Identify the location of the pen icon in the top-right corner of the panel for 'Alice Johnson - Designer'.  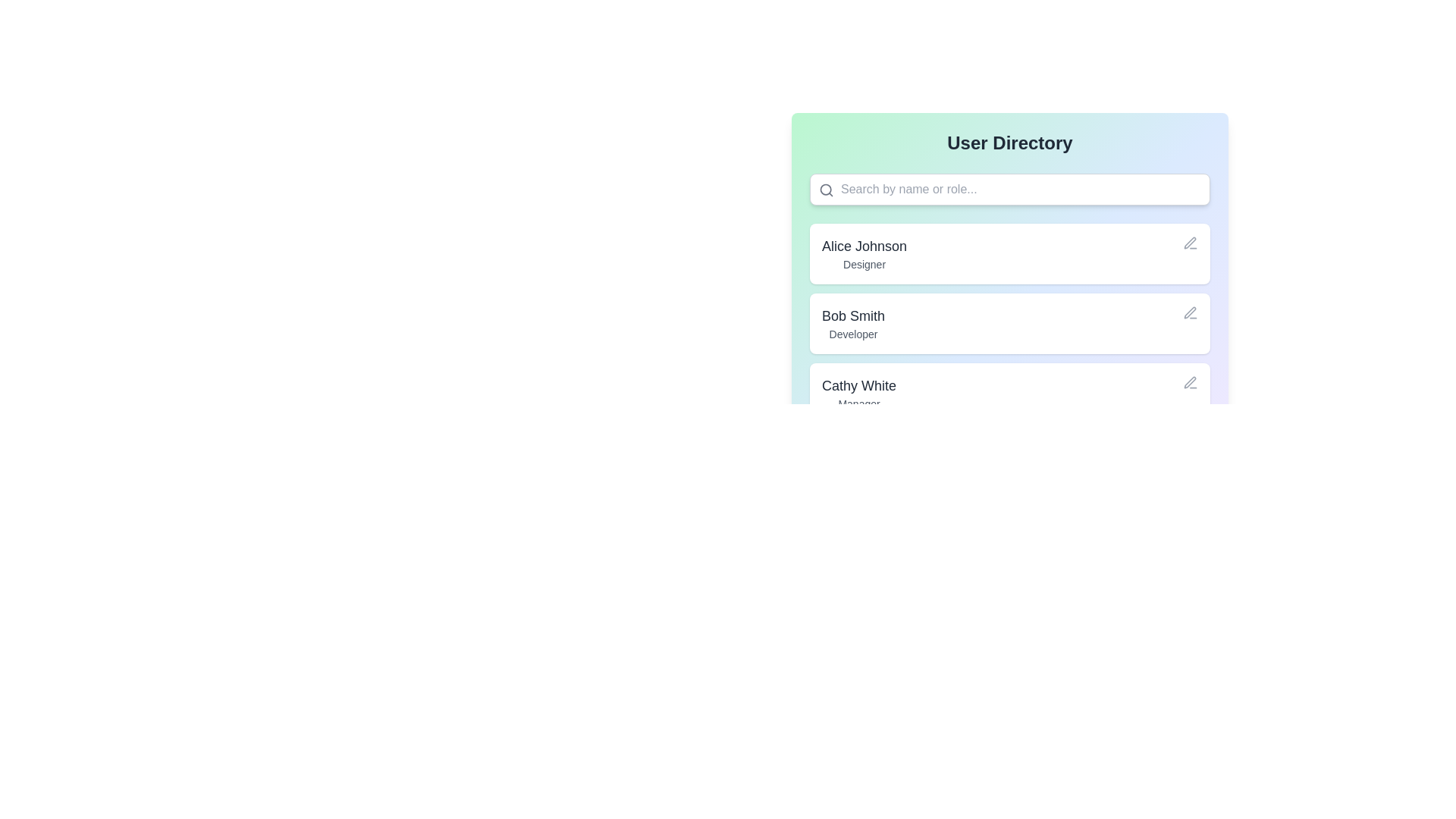
(1189, 242).